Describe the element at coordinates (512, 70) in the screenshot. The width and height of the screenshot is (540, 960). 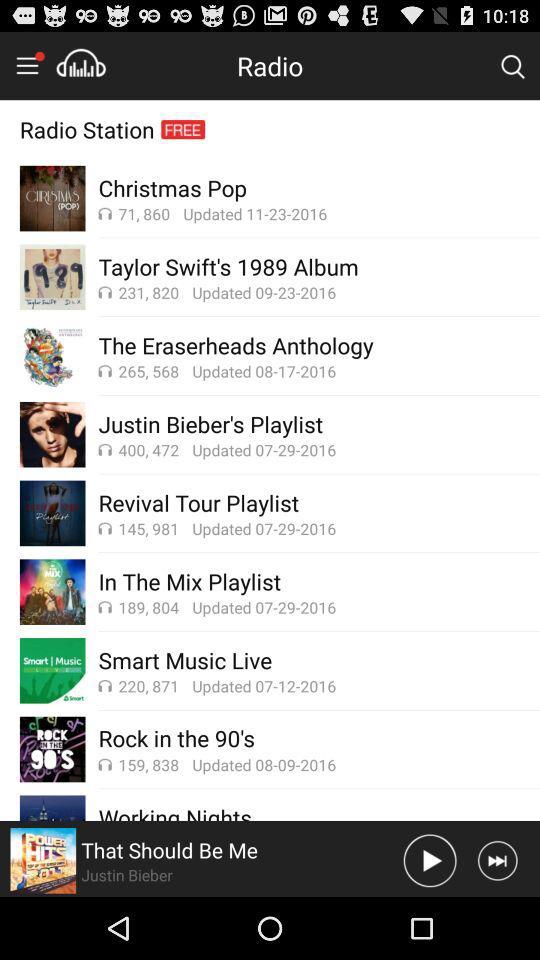
I see `the search icon` at that location.